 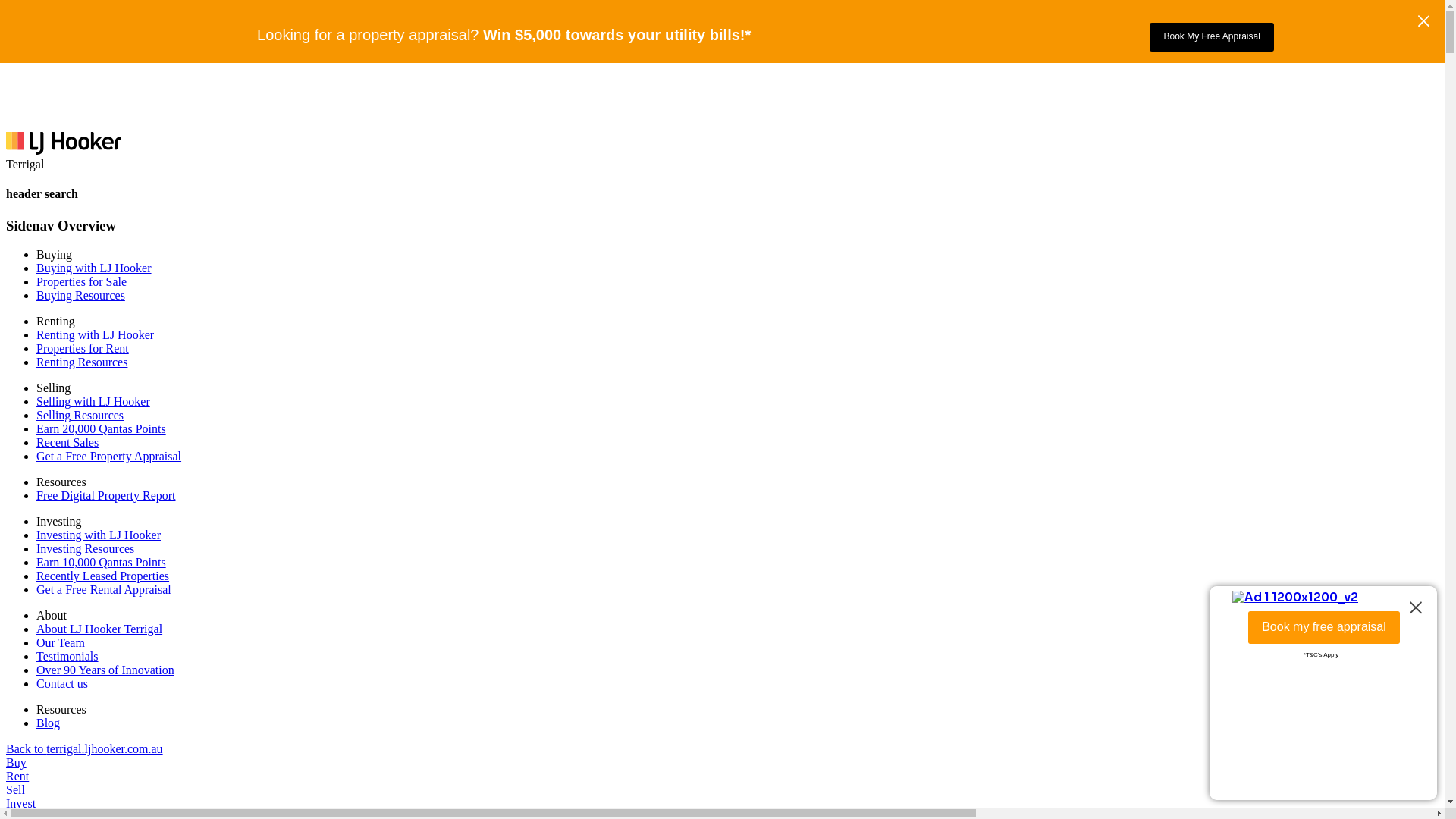 What do you see at coordinates (103, 588) in the screenshot?
I see `'Get a Free Rental Appraisal'` at bounding box center [103, 588].